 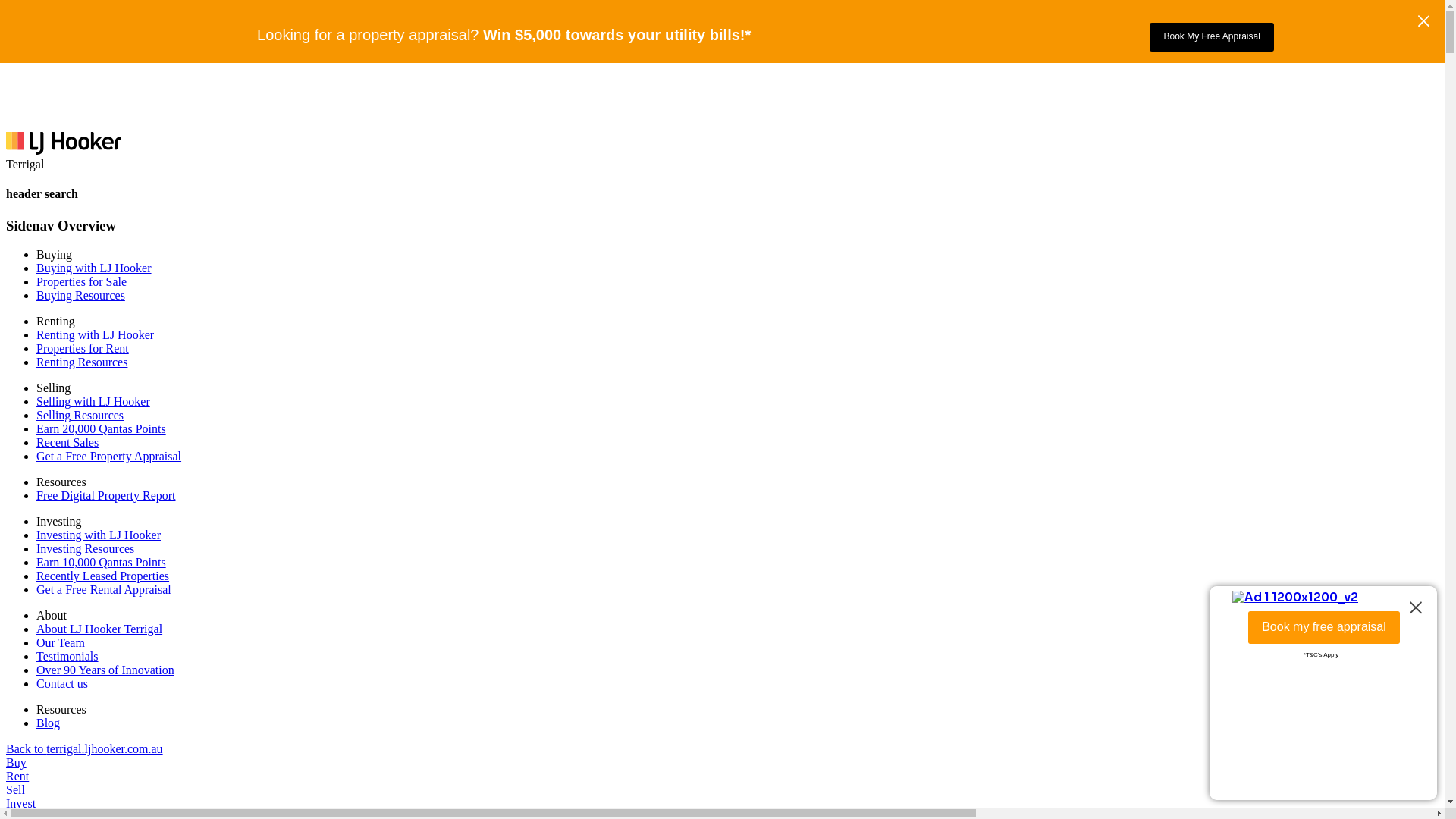 What do you see at coordinates (103, 588) in the screenshot?
I see `'Get a Free Rental Appraisal'` at bounding box center [103, 588].